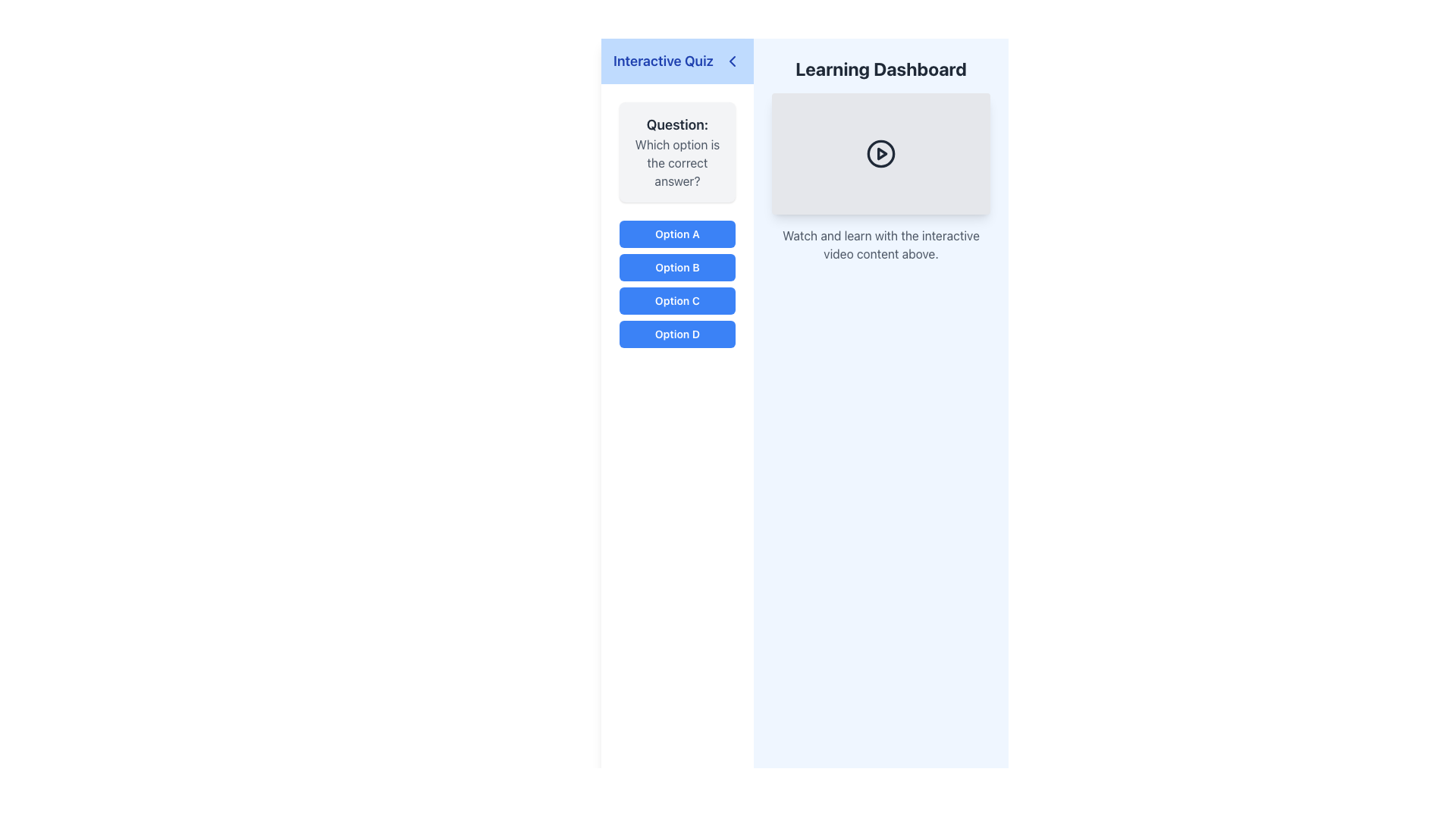  I want to click on instructional text label located beneath the interactive video content in the 'Learning Dashboard' section, so click(880, 244).